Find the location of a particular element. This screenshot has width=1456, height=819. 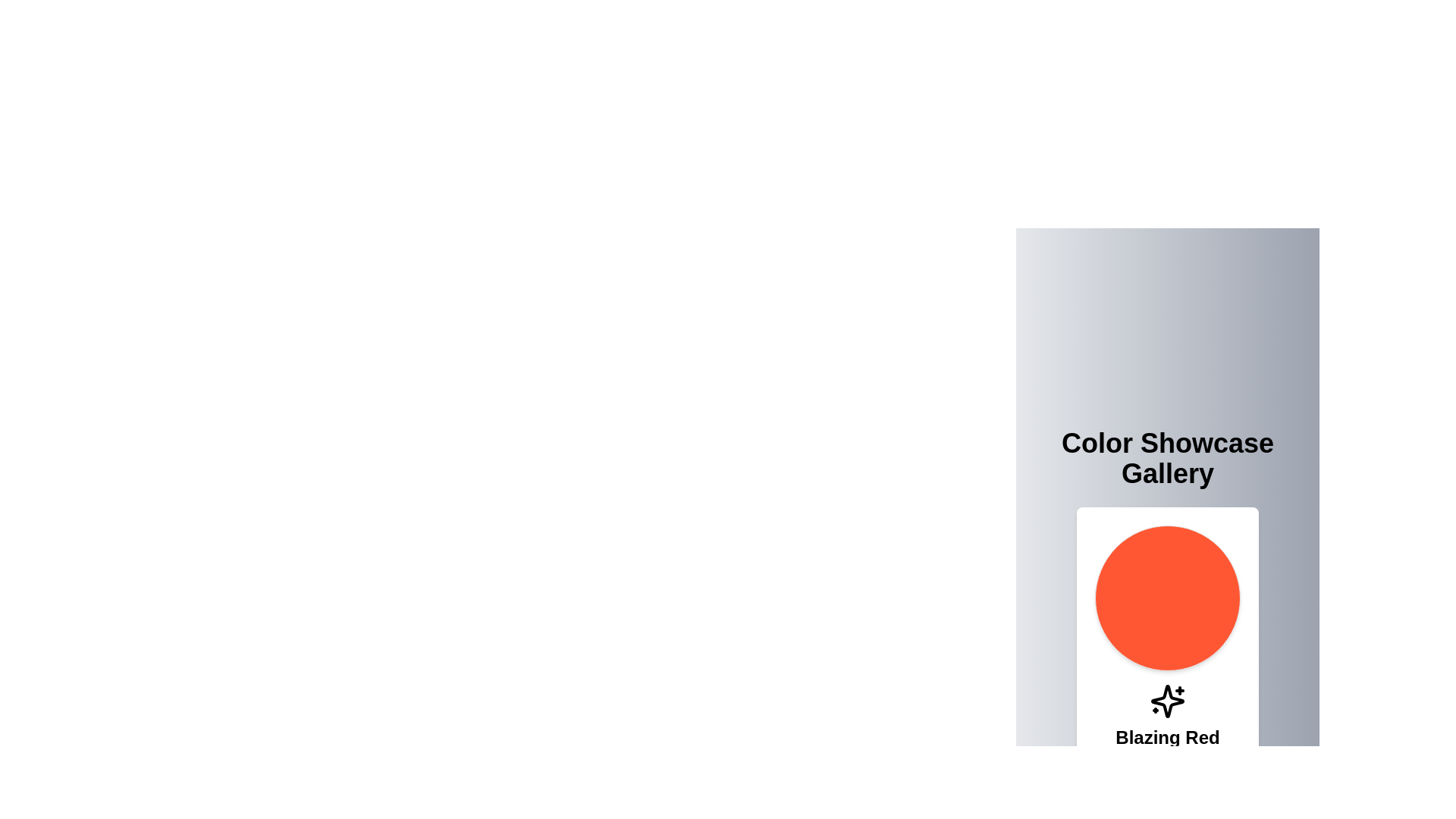

the central star-like decorative icon associated with the 'Blazing Red' label is located at coordinates (1167, 701).